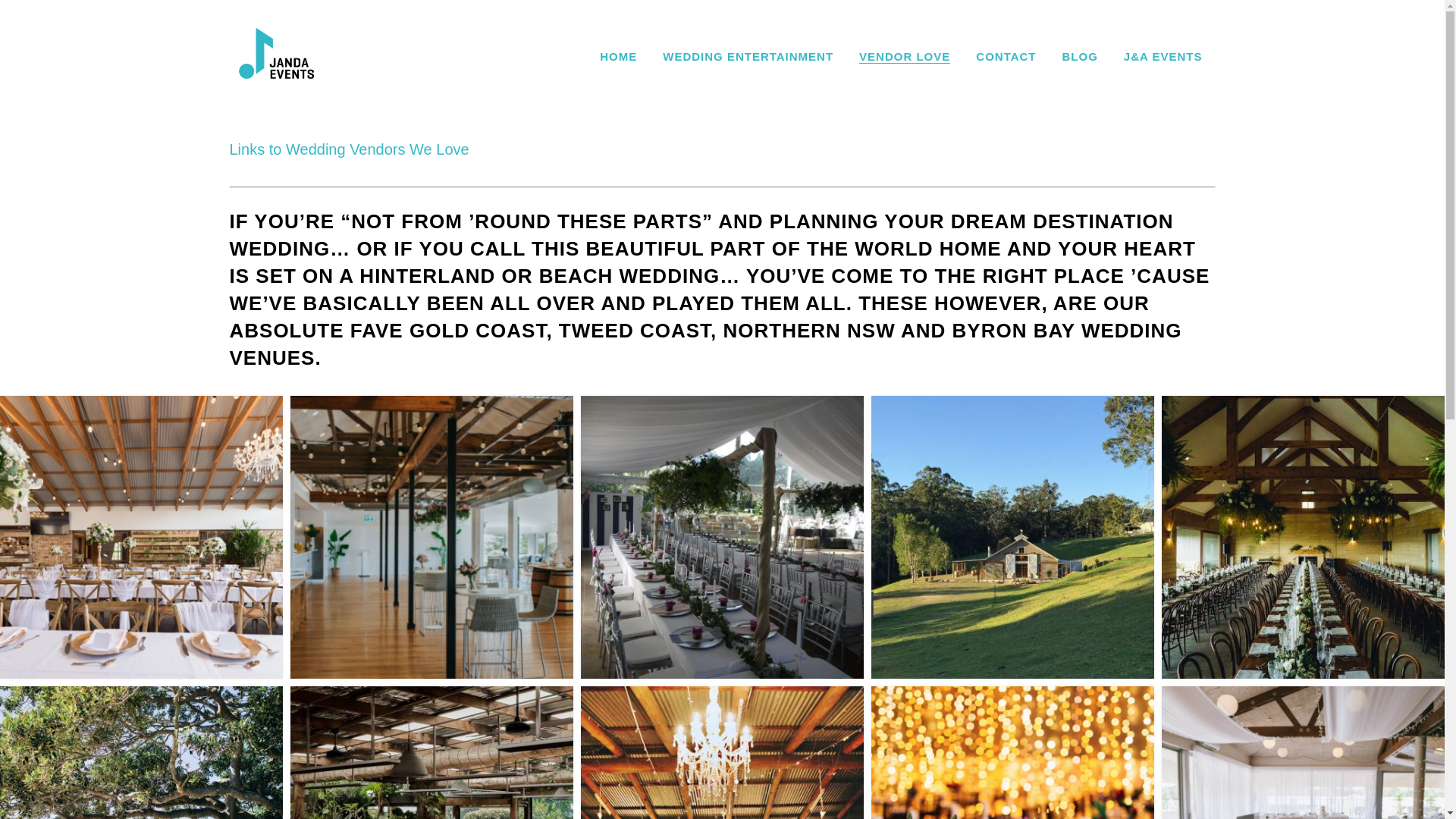  I want to click on 'J&A EVENTS', so click(1163, 55).